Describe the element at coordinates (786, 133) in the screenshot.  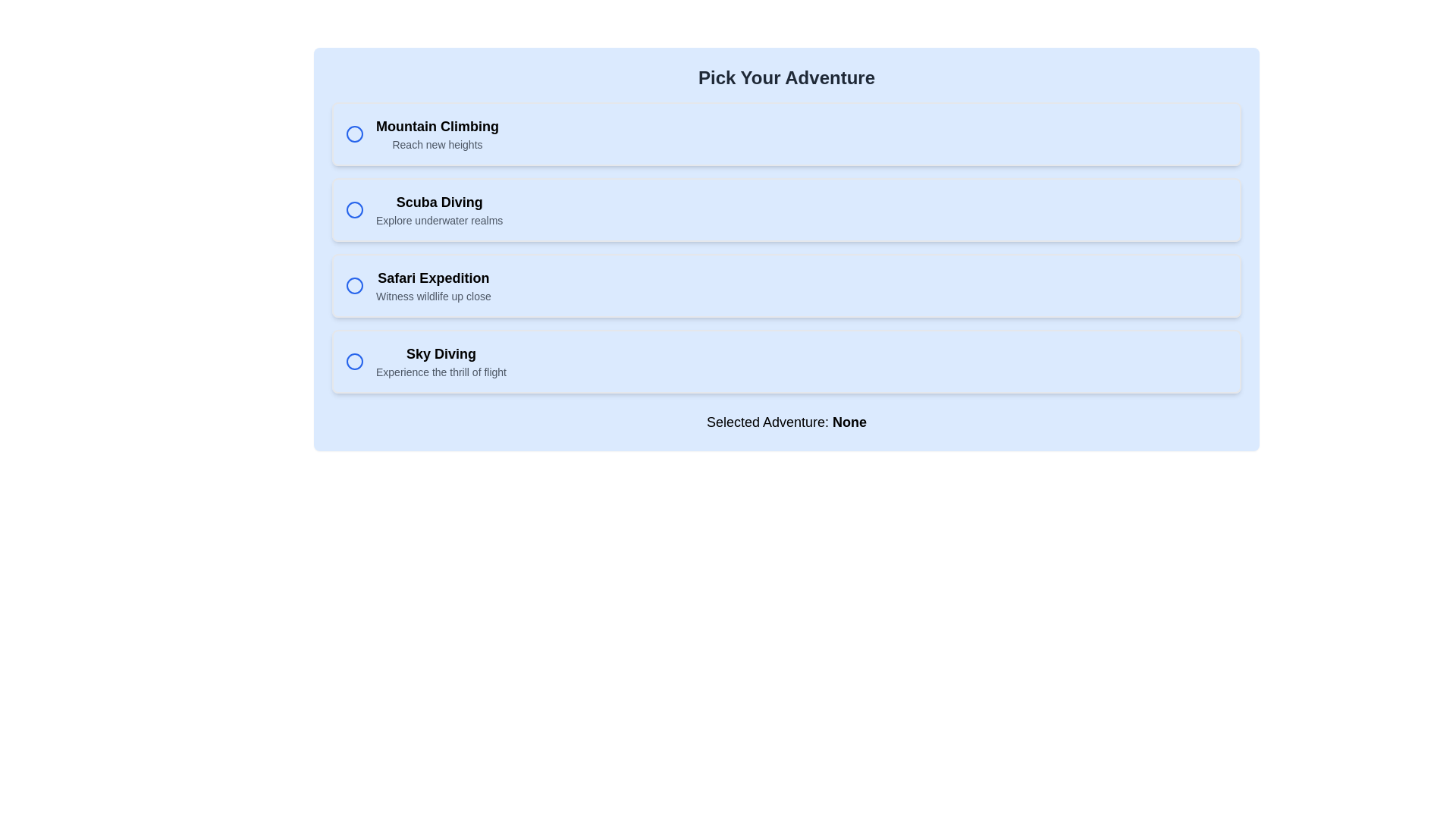
I see `the first selectable list item for 'Mountain Climbing' adventure` at that location.